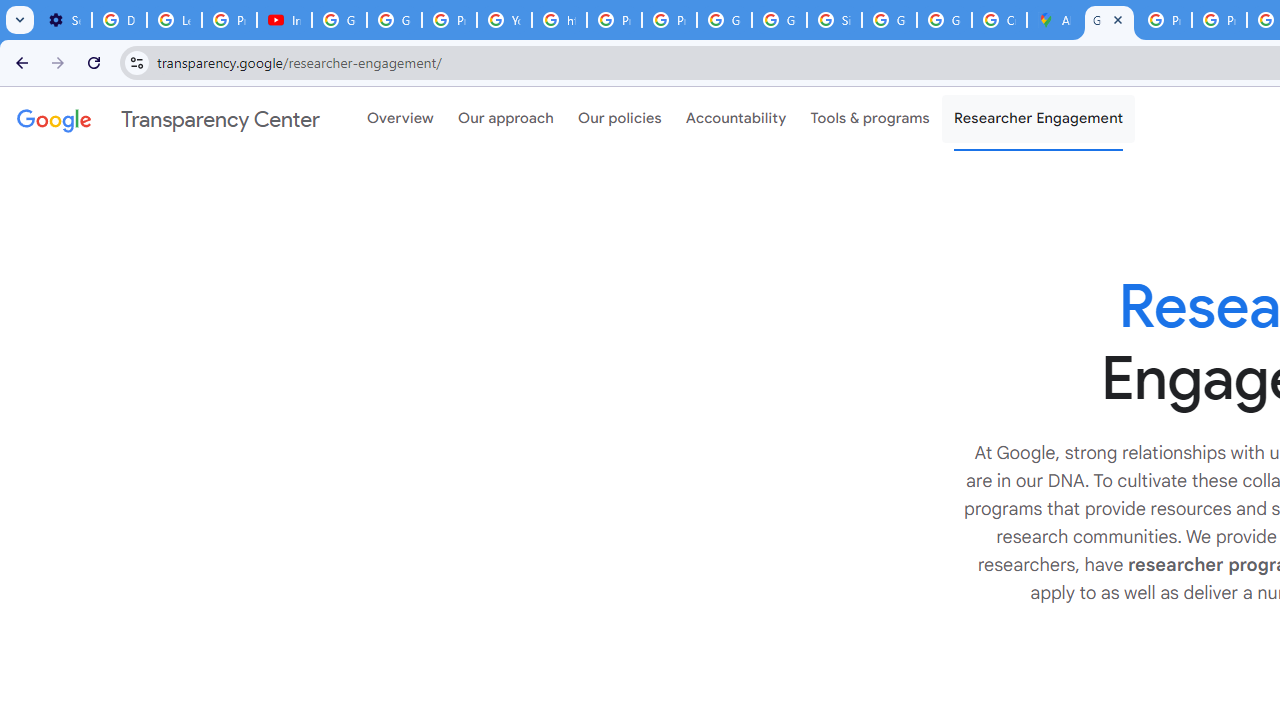 The image size is (1280, 720). Describe the element at coordinates (168, 119) in the screenshot. I see `'Transparency Center'` at that location.